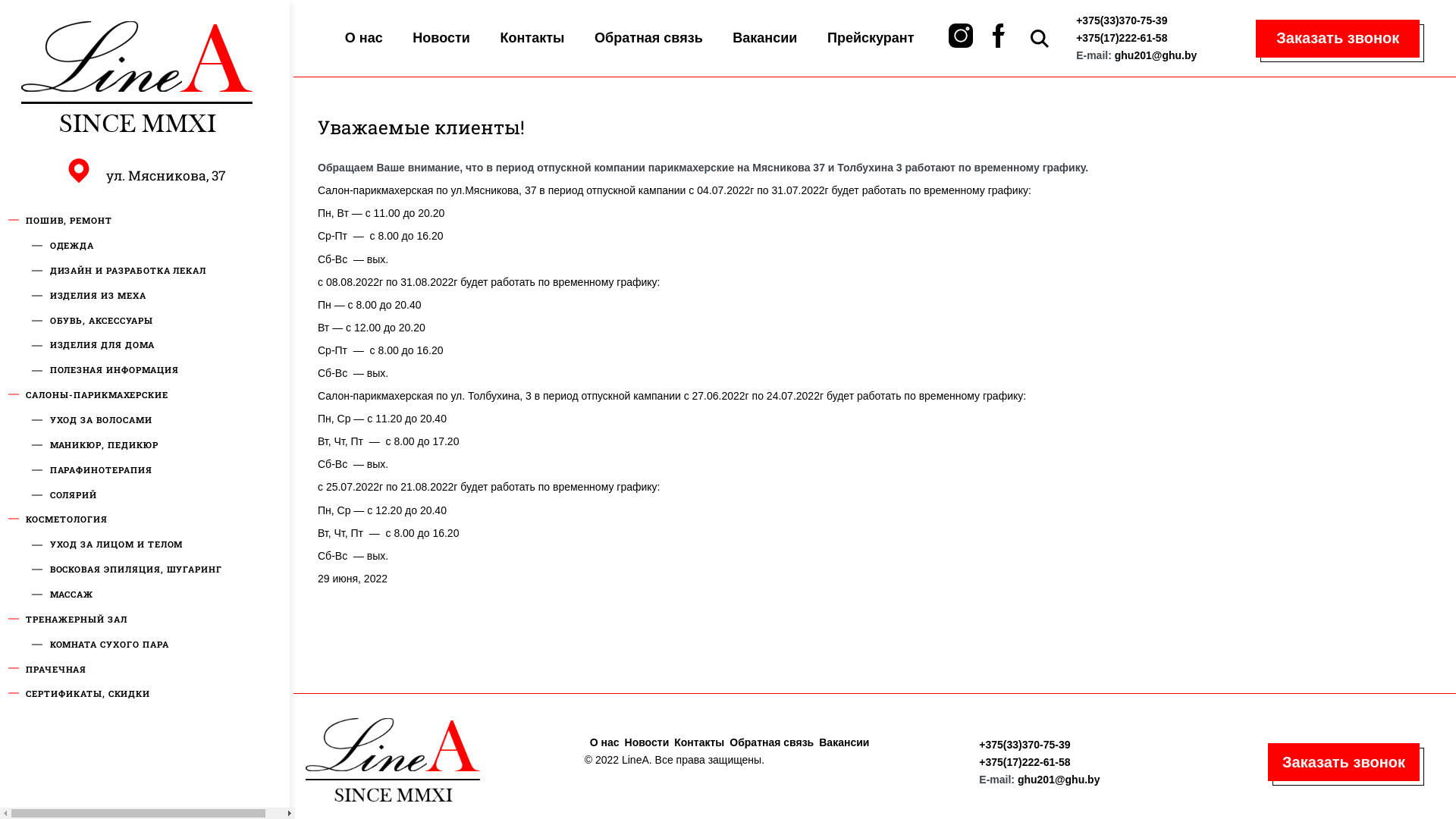 Image resolution: width=1456 pixels, height=819 pixels. Describe the element at coordinates (1121, 37) in the screenshot. I see `'+375(17)222-61-58'` at that location.